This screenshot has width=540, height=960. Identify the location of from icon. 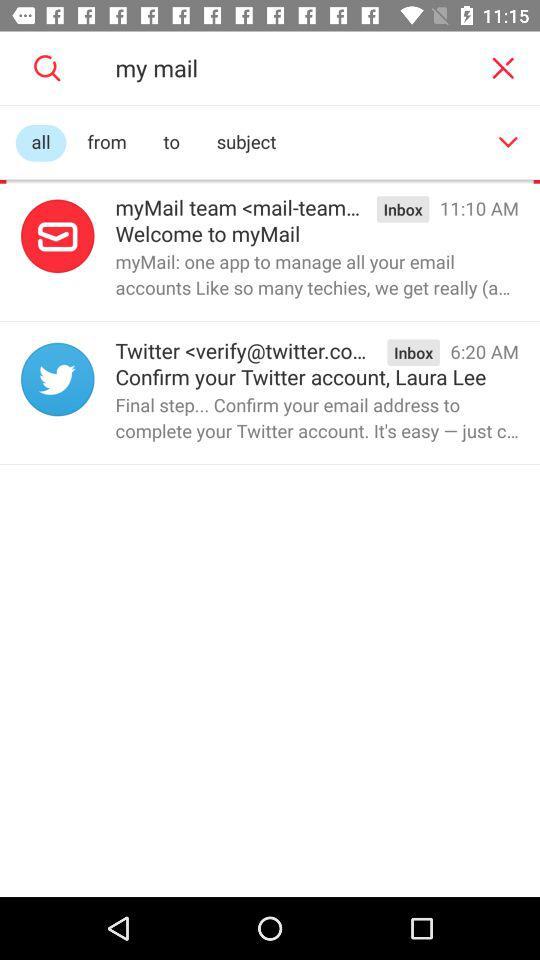
(107, 142).